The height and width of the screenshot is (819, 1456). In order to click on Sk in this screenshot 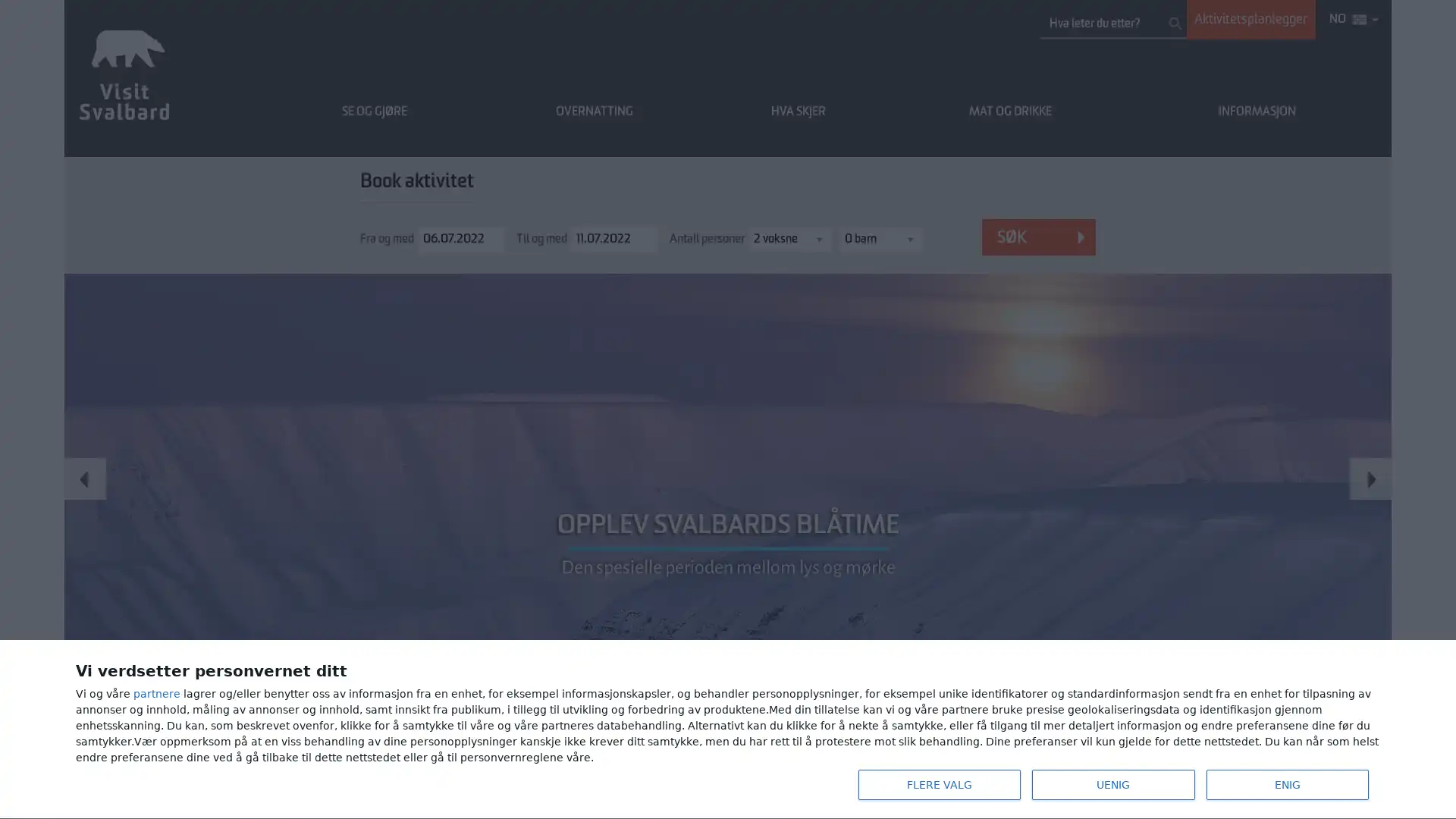, I will do `click(1037, 237)`.